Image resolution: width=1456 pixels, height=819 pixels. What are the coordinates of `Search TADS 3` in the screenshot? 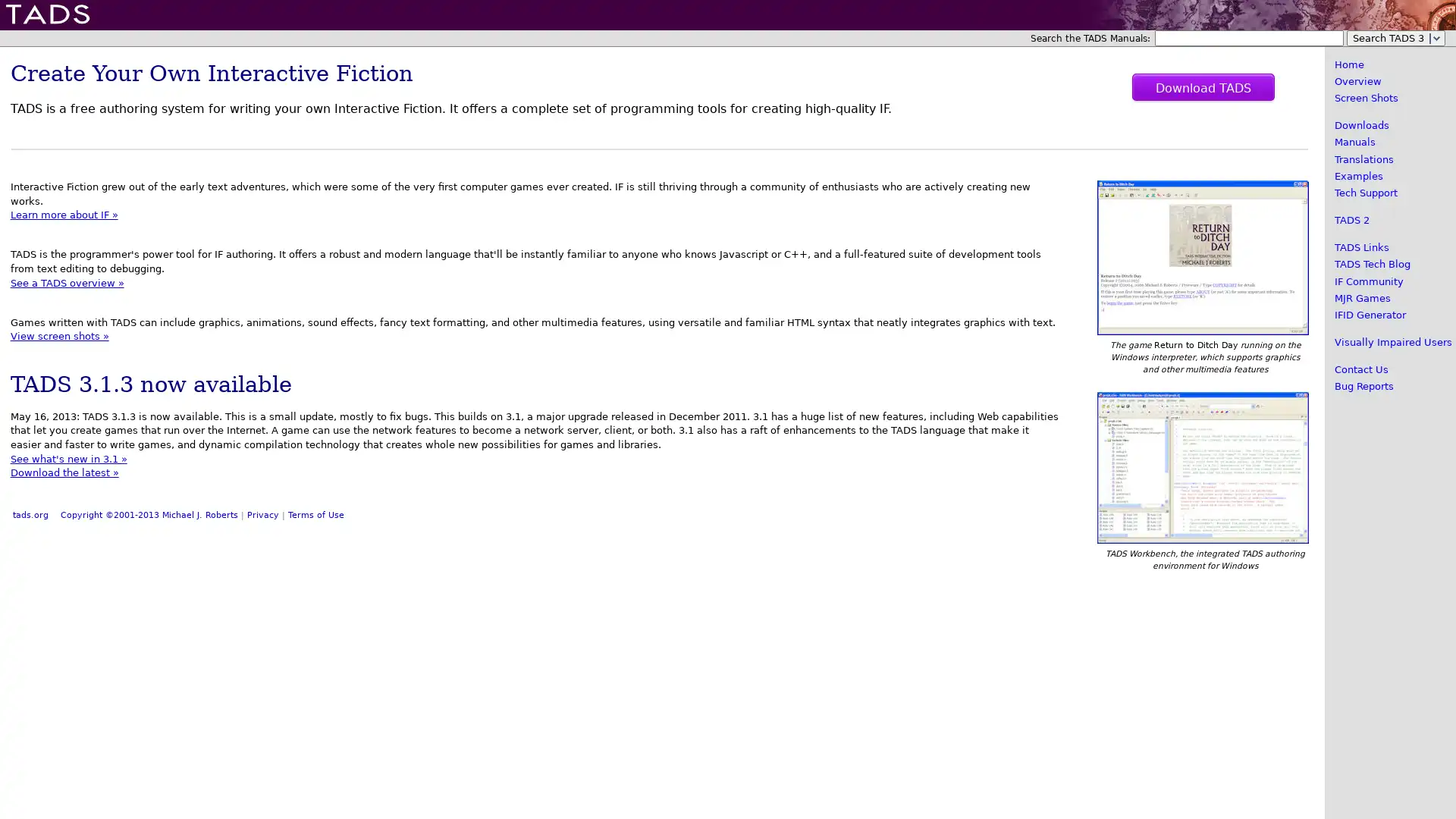 It's located at (1395, 37).